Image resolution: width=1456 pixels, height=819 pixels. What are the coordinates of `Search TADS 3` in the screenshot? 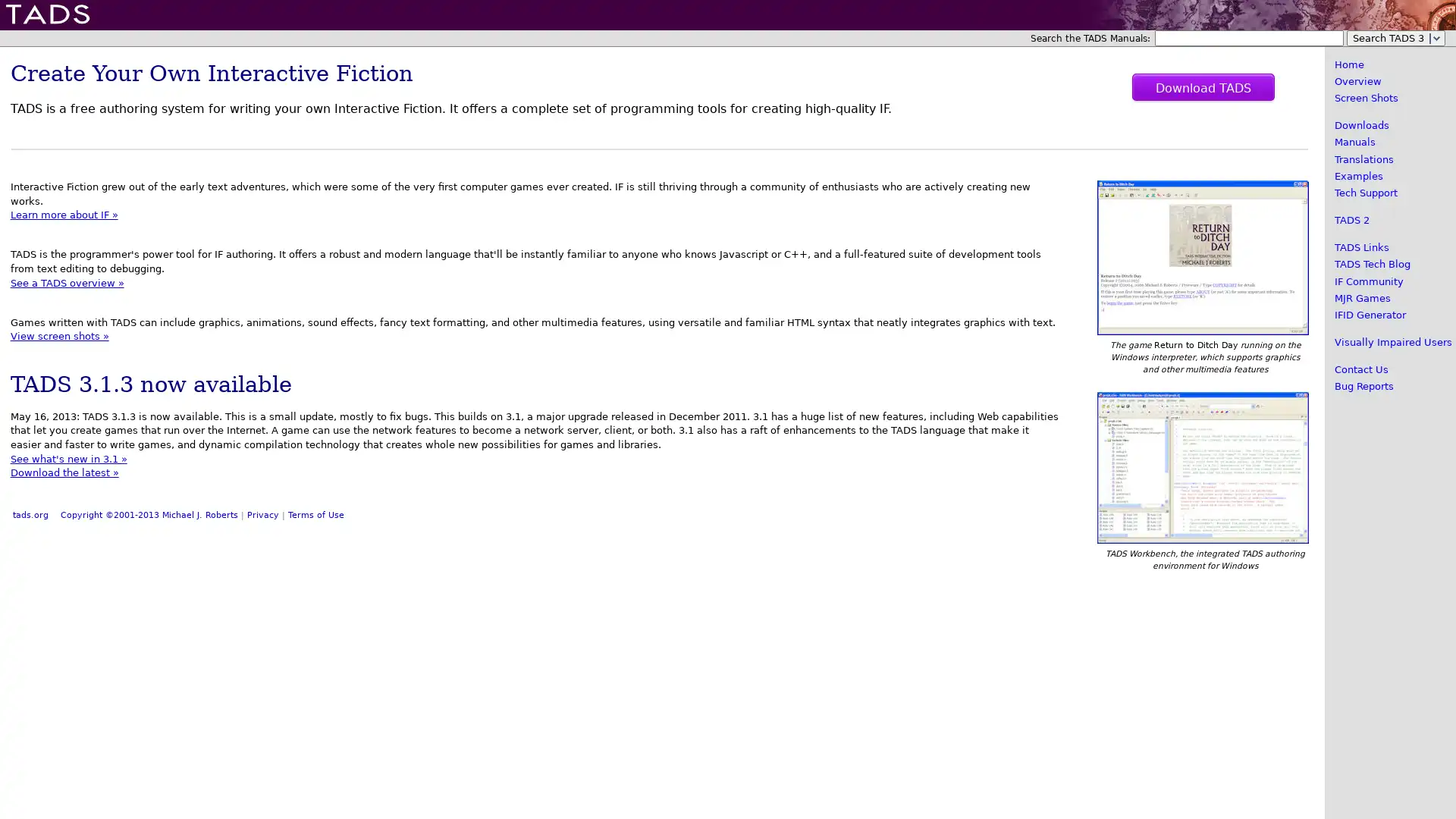 It's located at (1395, 37).